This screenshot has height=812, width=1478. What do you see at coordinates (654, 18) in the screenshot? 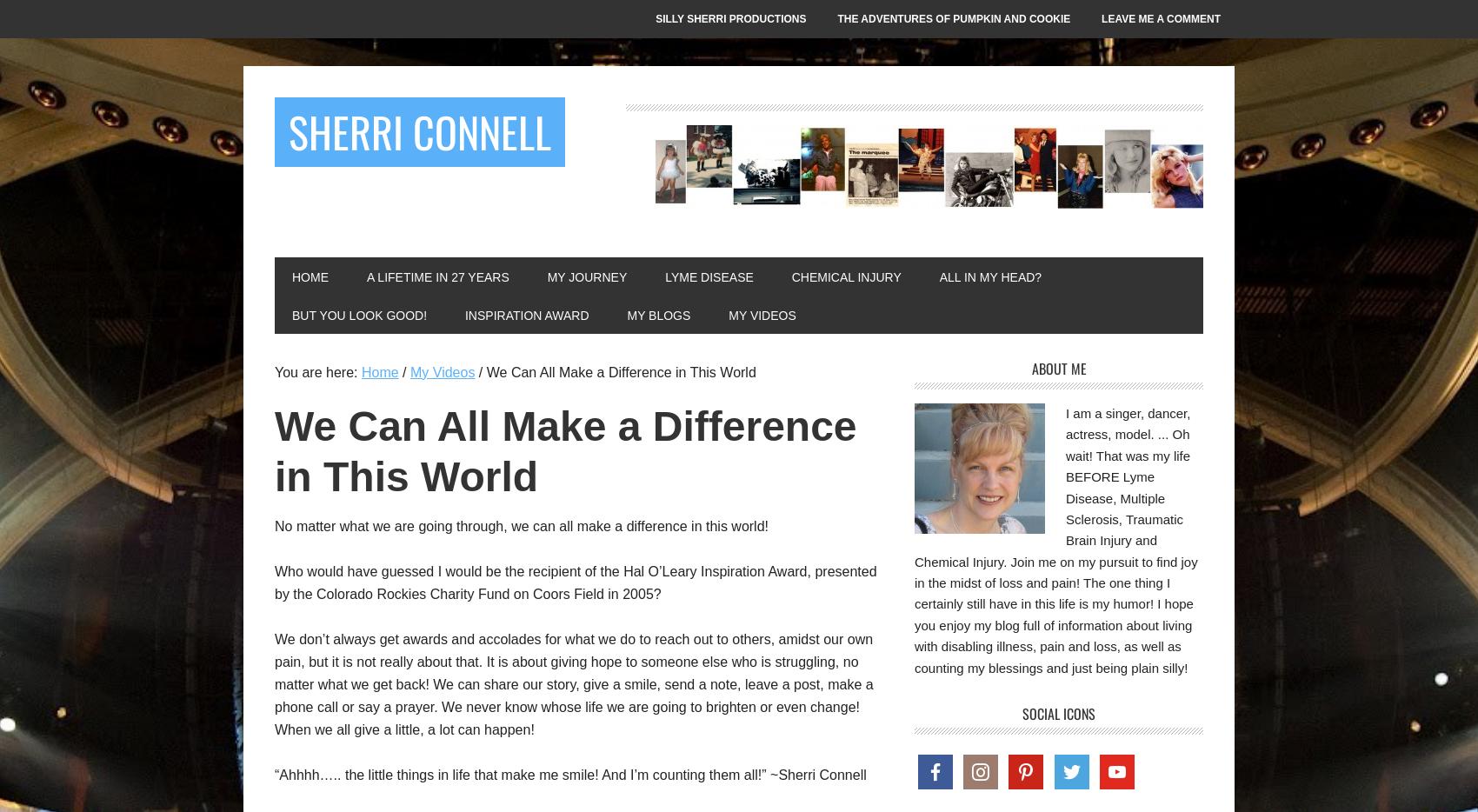
I see `'Silly Sherri Productions'` at bounding box center [654, 18].